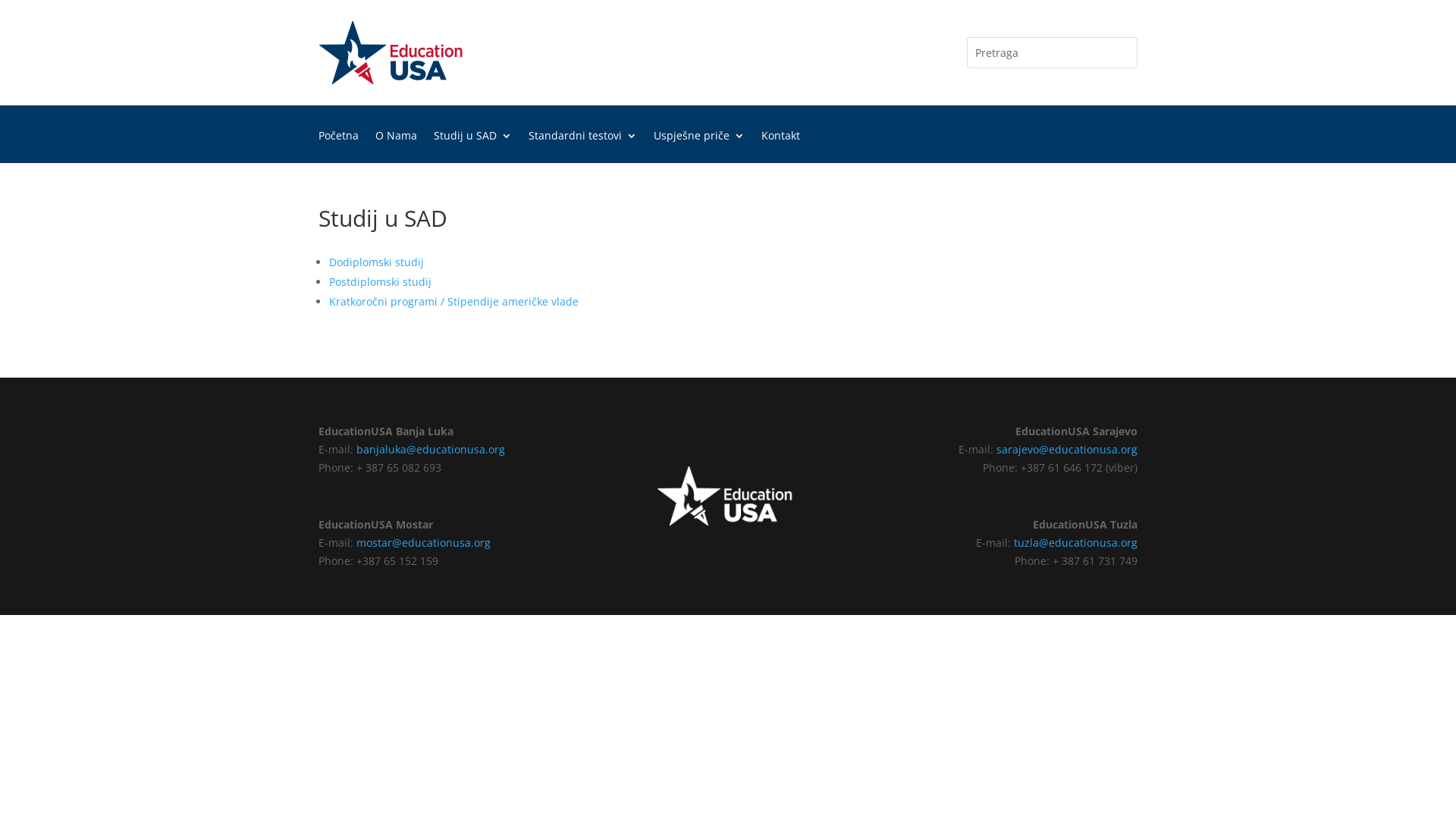 Image resolution: width=1456 pixels, height=819 pixels. Describe the element at coordinates (380, 281) in the screenshot. I see `'Postdiplomski studij'` at that location.